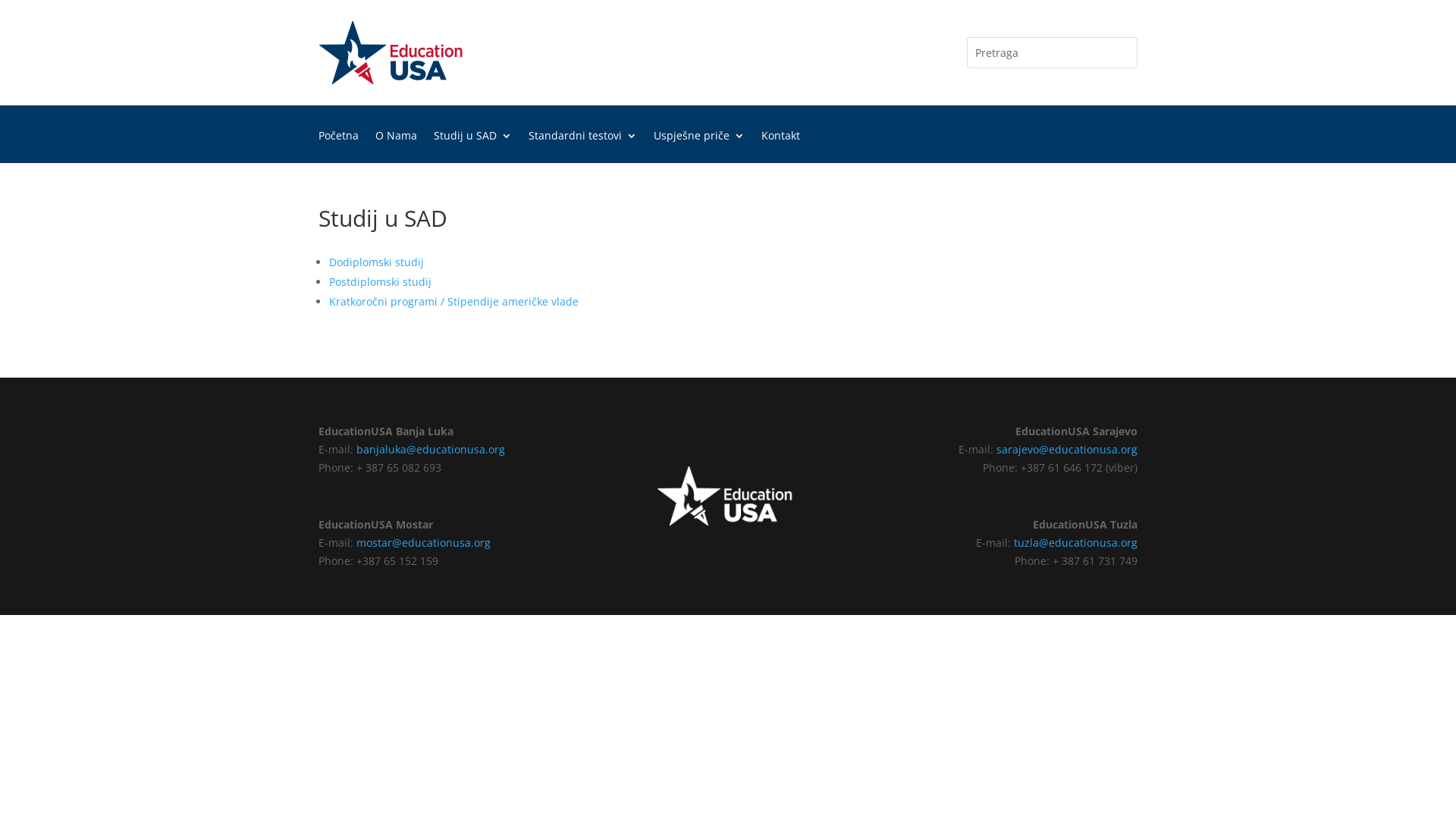 Image resolution: width=1456 pixels, height=819 pixels. Describe the element at coordinates (380, 281) in the screenshot. I see `'Postdiplomski studij'` at that location.